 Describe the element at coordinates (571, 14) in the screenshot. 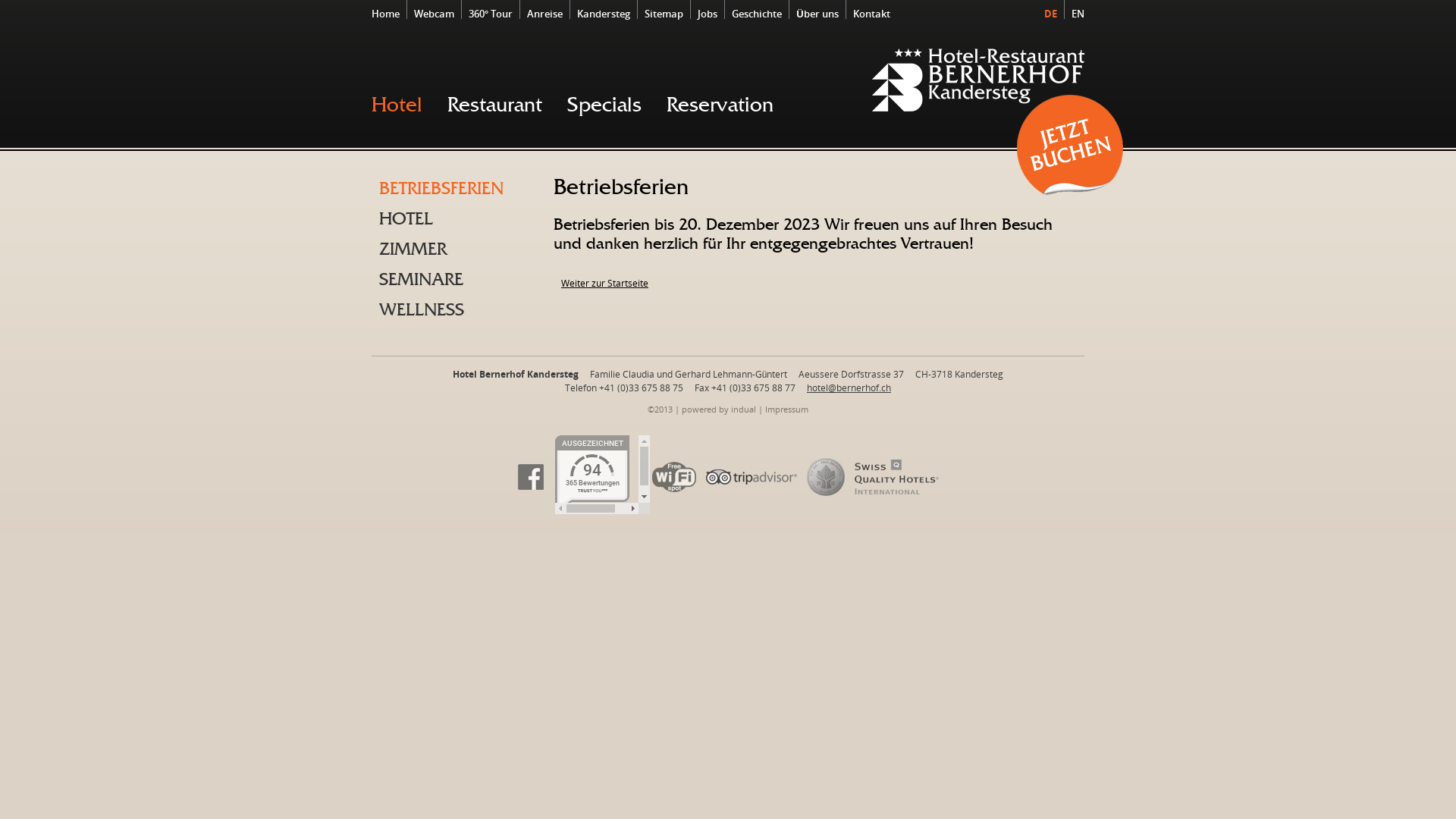

I see `'Kandersteg'` at that location.